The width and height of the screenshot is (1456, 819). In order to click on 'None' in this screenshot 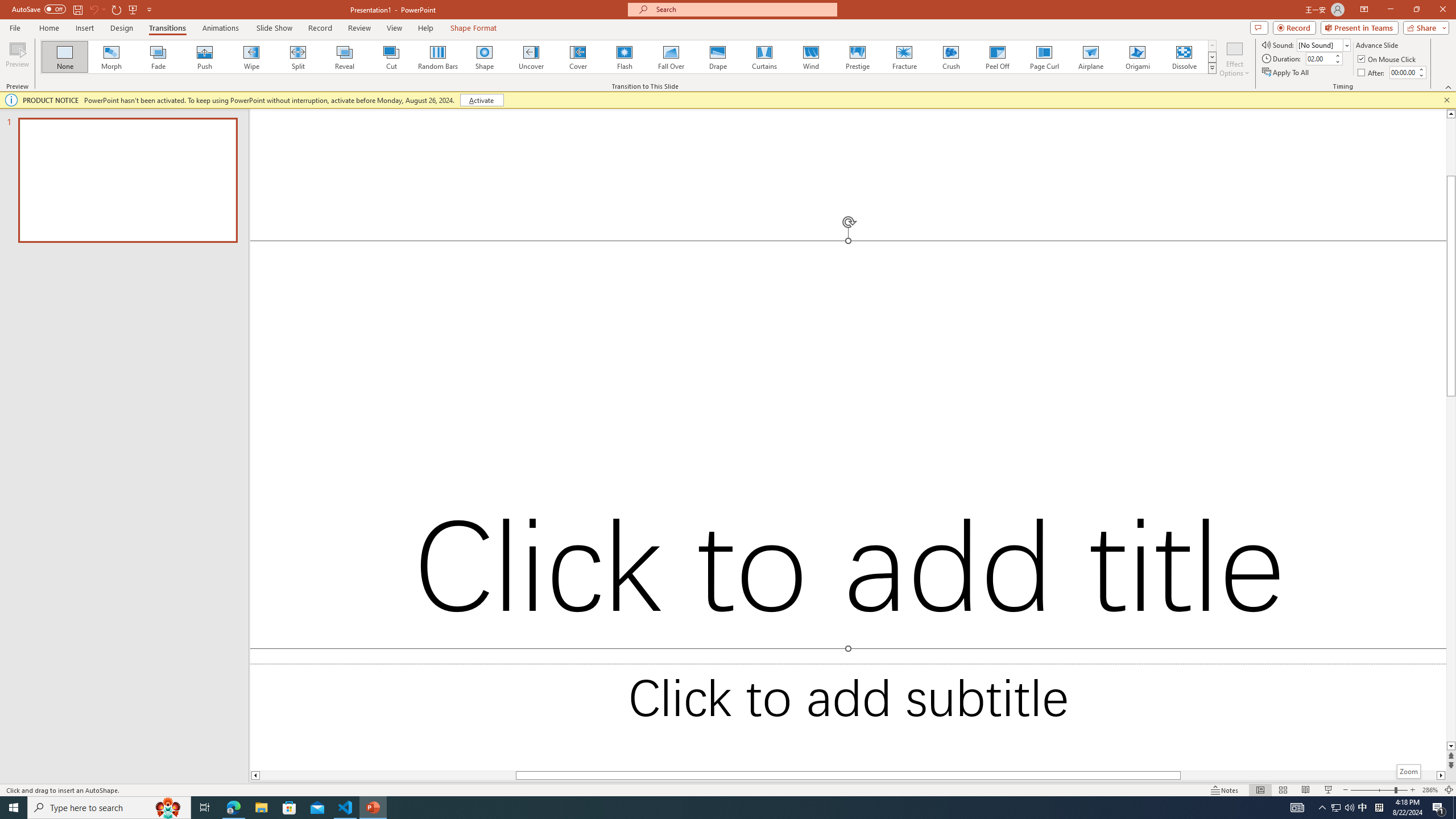, I will do `click(65, 56)`.